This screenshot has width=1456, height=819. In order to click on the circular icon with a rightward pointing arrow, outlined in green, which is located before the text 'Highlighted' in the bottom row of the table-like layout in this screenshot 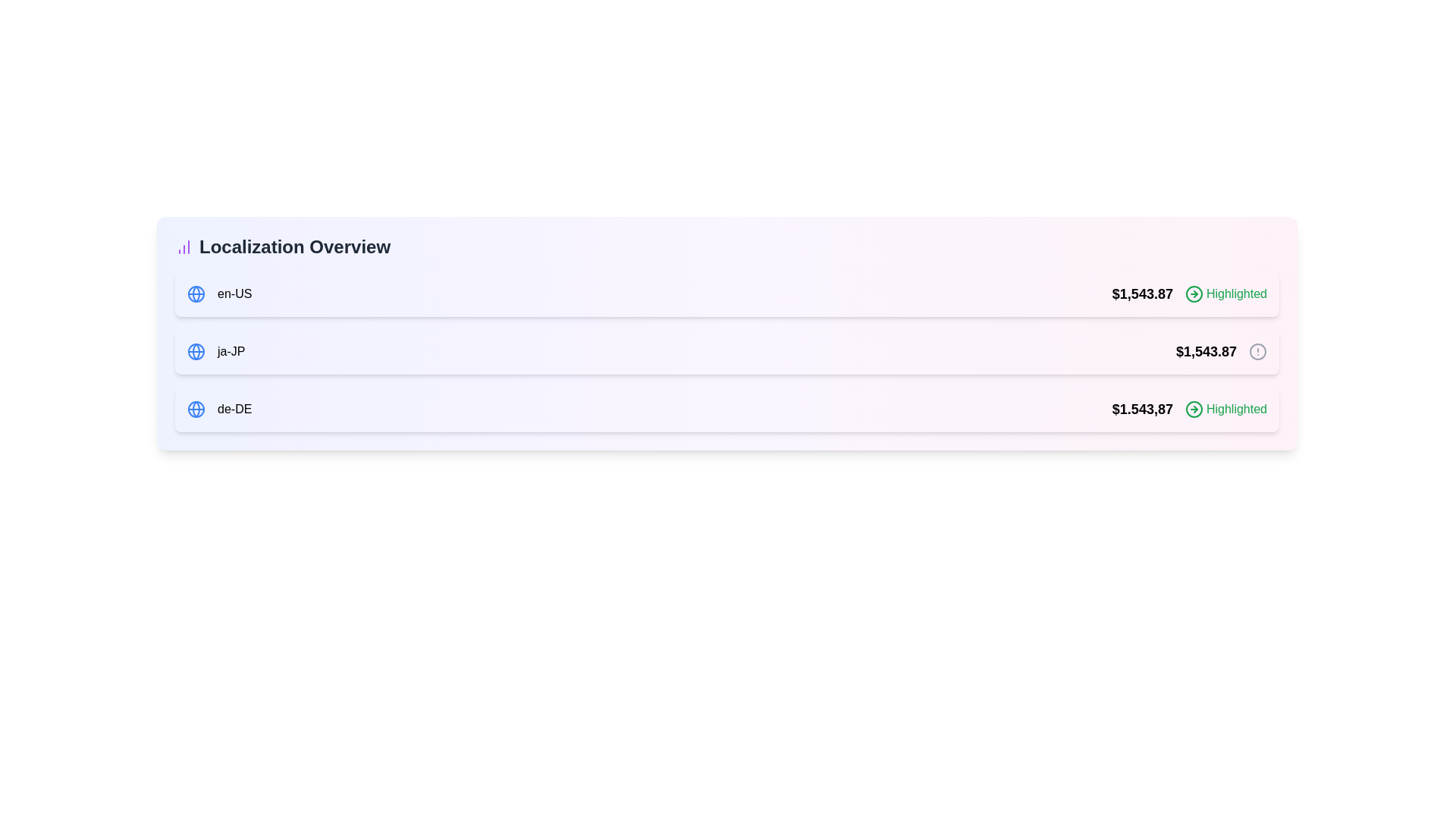, I will do `click(1193, 409)`.